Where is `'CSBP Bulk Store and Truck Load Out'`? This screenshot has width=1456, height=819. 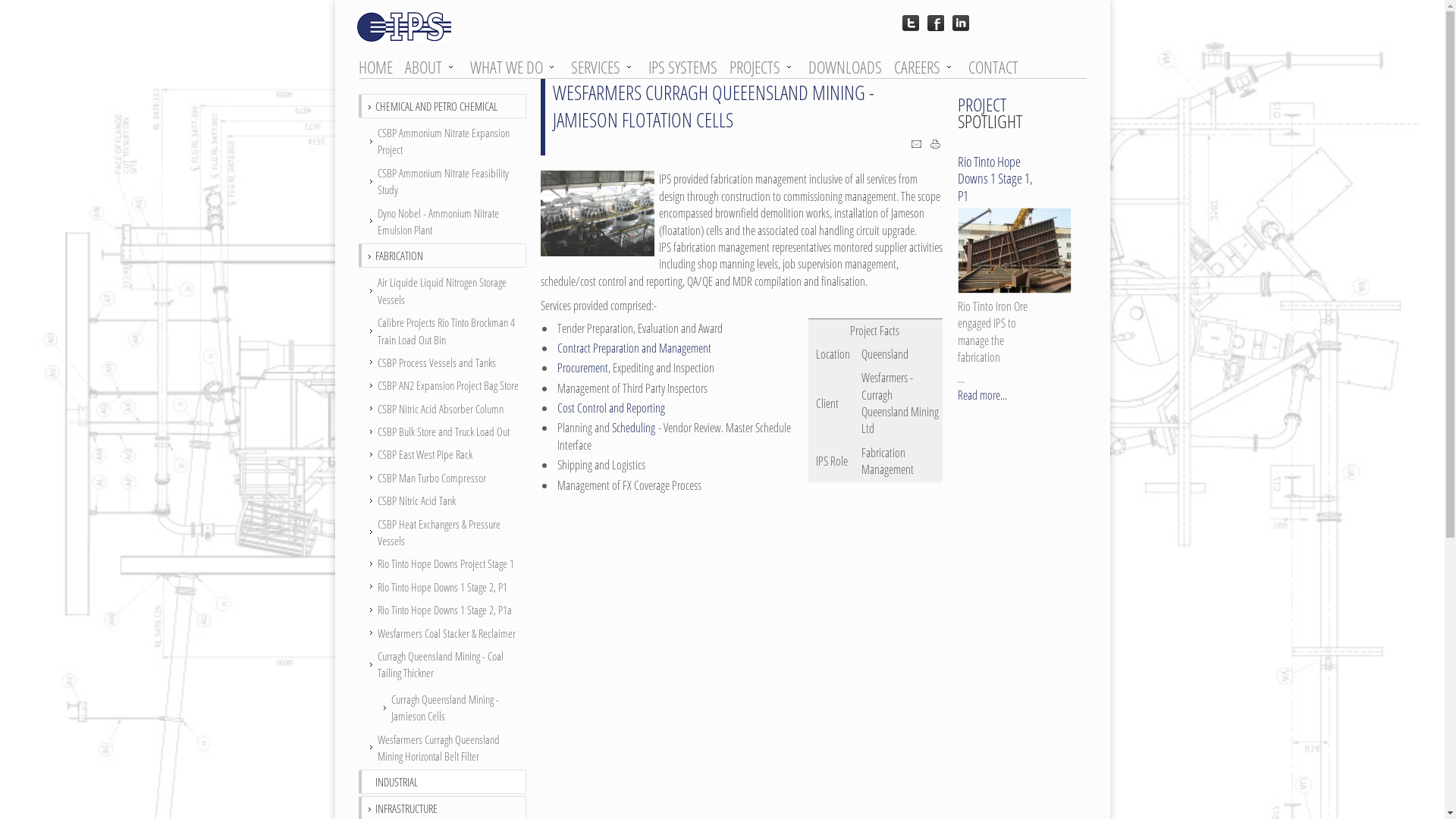 'CSBP Bulk Store and Truck Load Out' is located at coordinates (365, 431).